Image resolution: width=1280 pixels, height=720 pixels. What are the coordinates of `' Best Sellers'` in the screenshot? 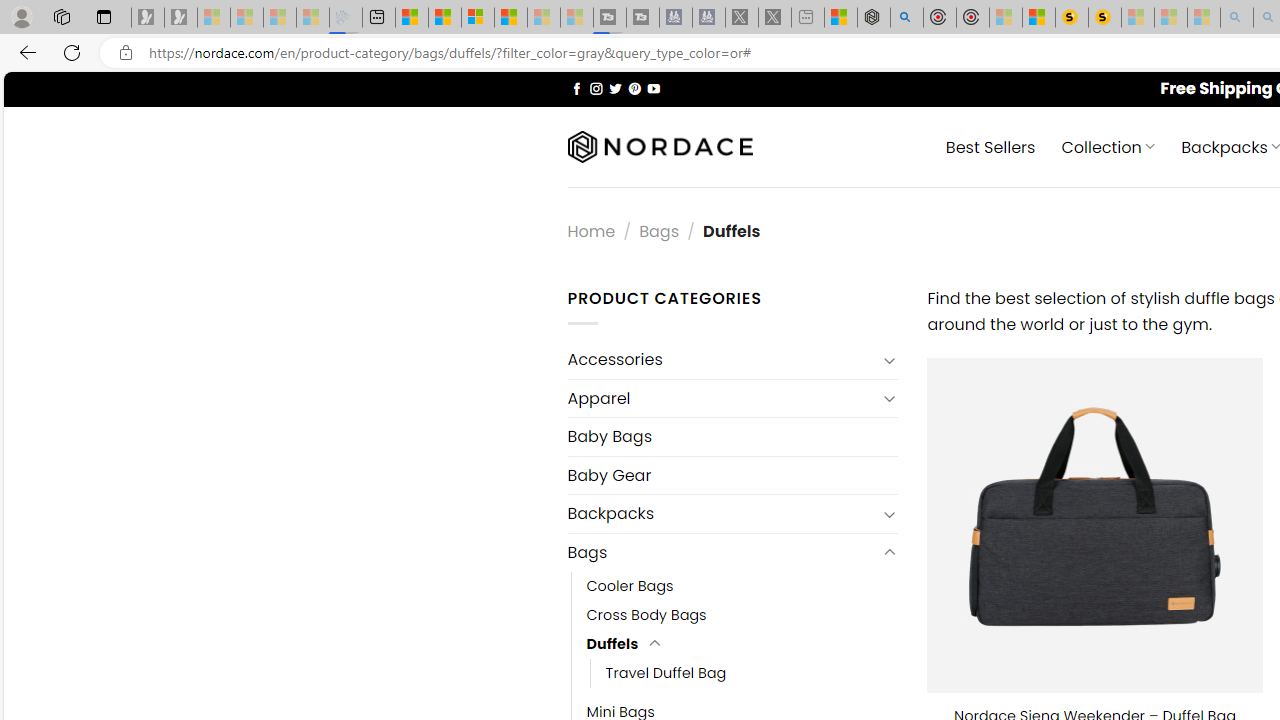 It's located at (990, 145).